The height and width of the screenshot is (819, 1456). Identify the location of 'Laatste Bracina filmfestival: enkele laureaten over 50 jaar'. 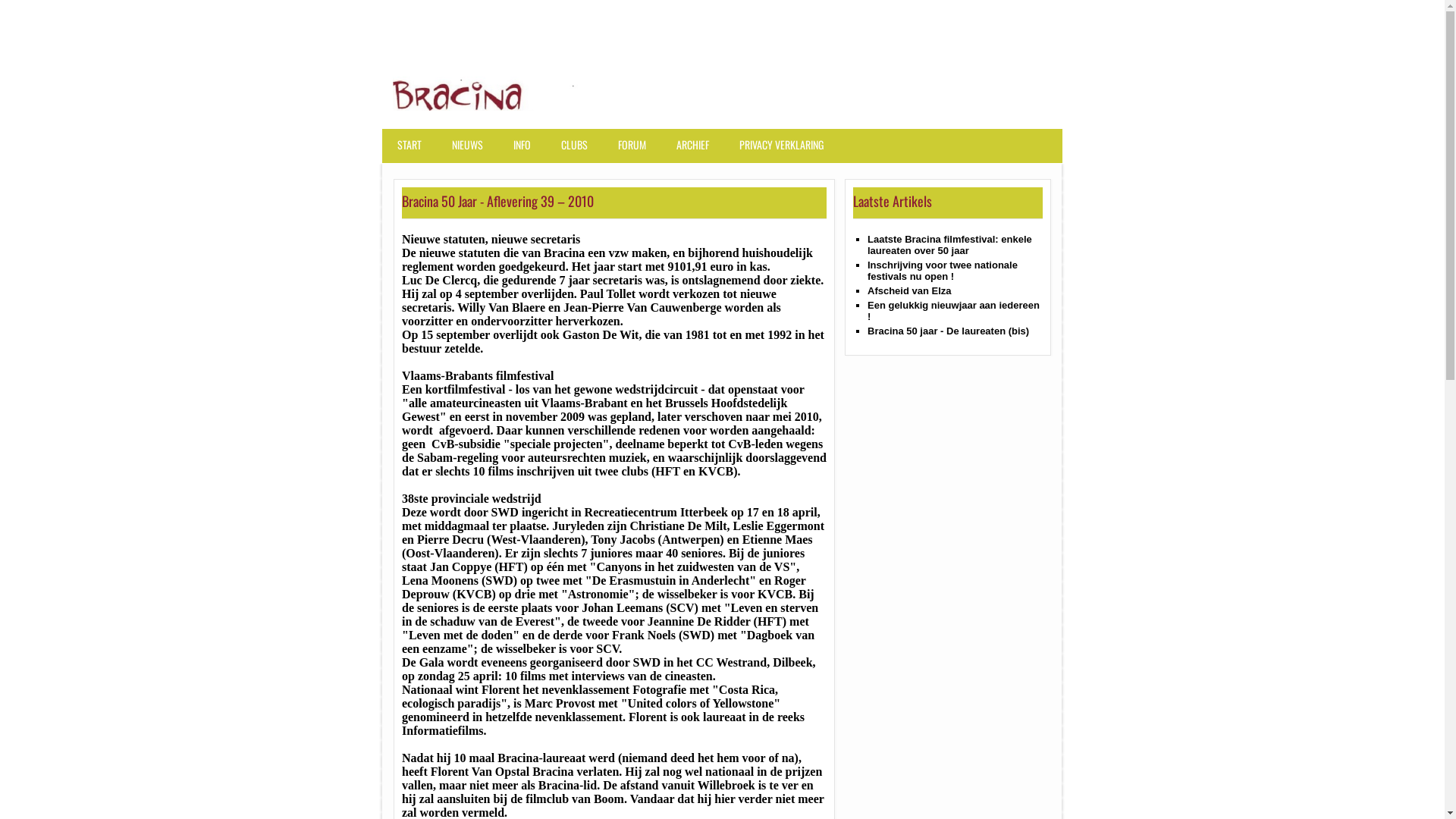
(949, 244).